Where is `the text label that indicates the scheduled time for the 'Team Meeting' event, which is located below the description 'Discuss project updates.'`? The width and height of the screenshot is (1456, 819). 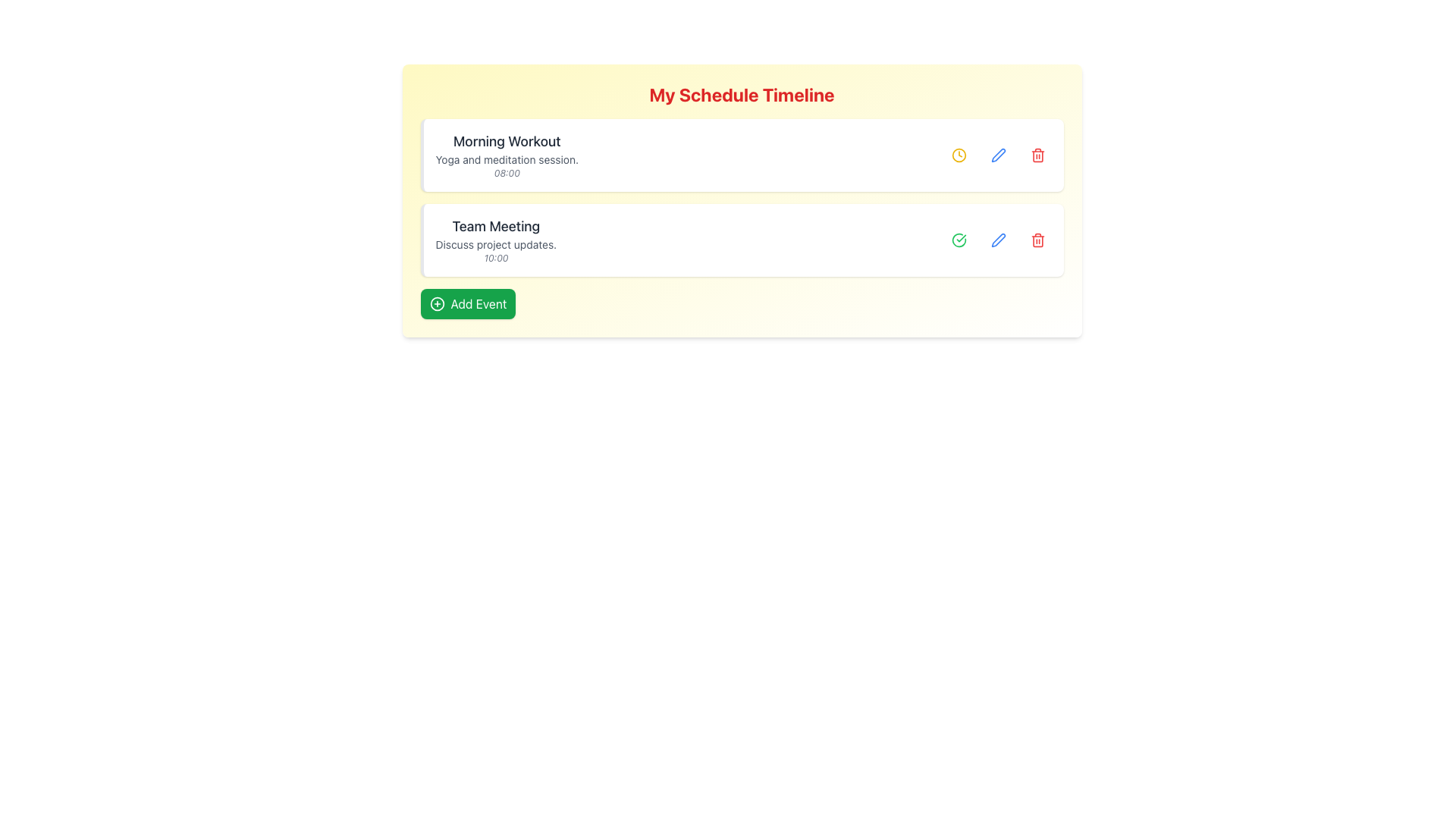 the text label that indicates the scheduled time for the 'Team Meeting' event, which is located below the description 'Discuss project updates.' is located at coordinates (496, 257).